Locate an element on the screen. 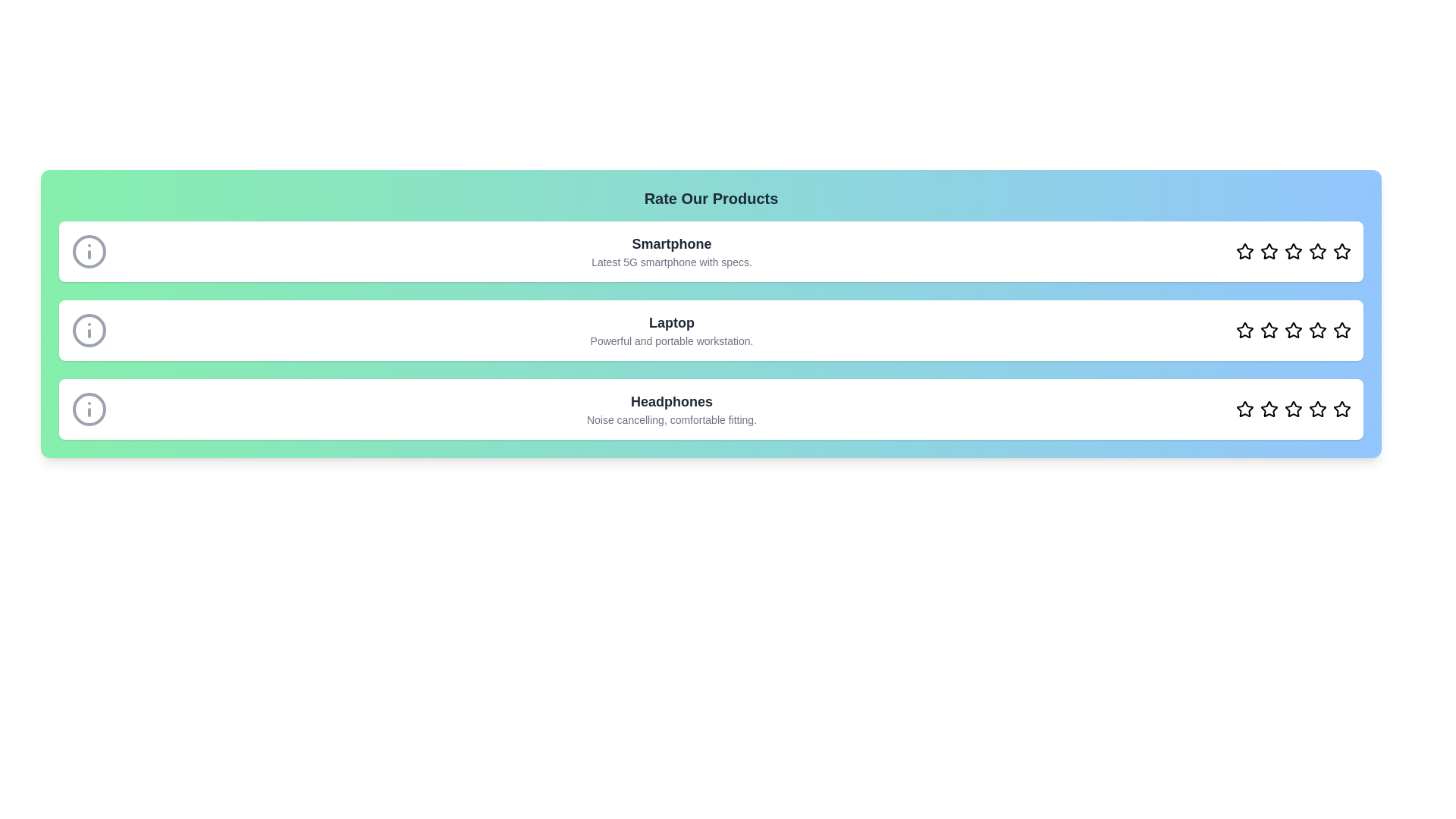  keyboard navigation is located at coordinates (1316, 329).